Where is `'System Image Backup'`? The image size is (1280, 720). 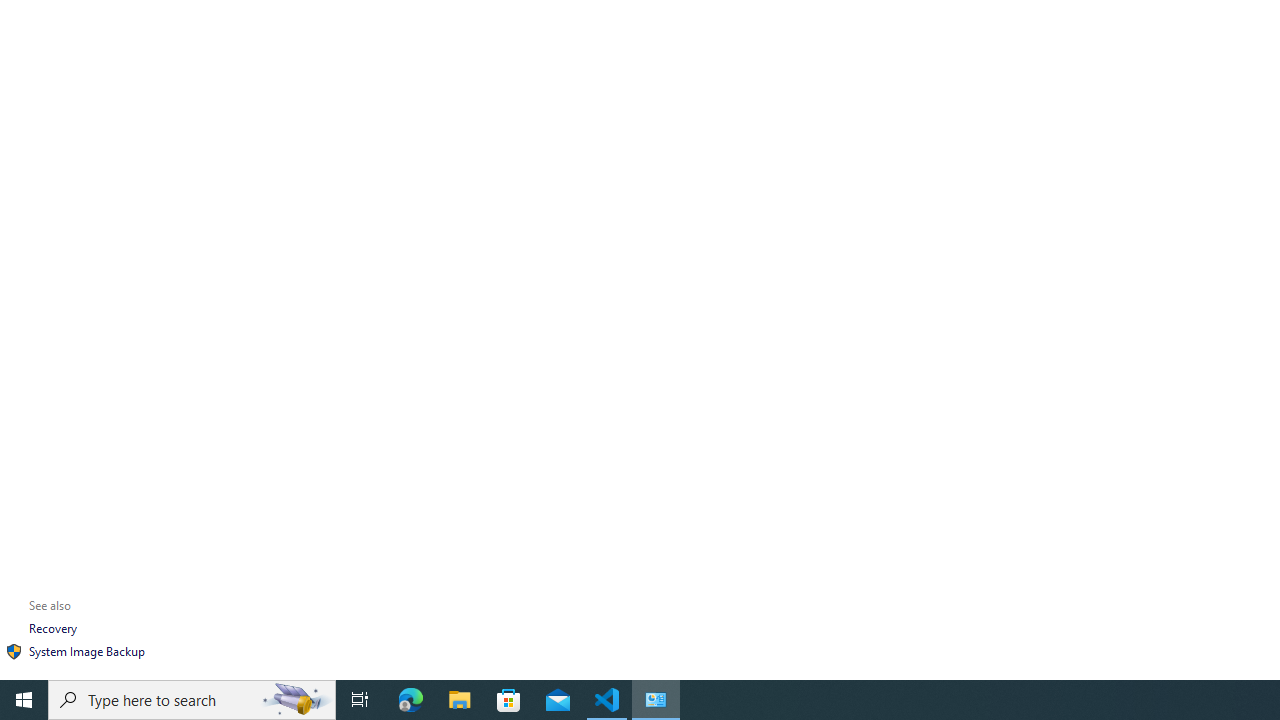
'System Image Backup' is located at coordinates (86, 651).